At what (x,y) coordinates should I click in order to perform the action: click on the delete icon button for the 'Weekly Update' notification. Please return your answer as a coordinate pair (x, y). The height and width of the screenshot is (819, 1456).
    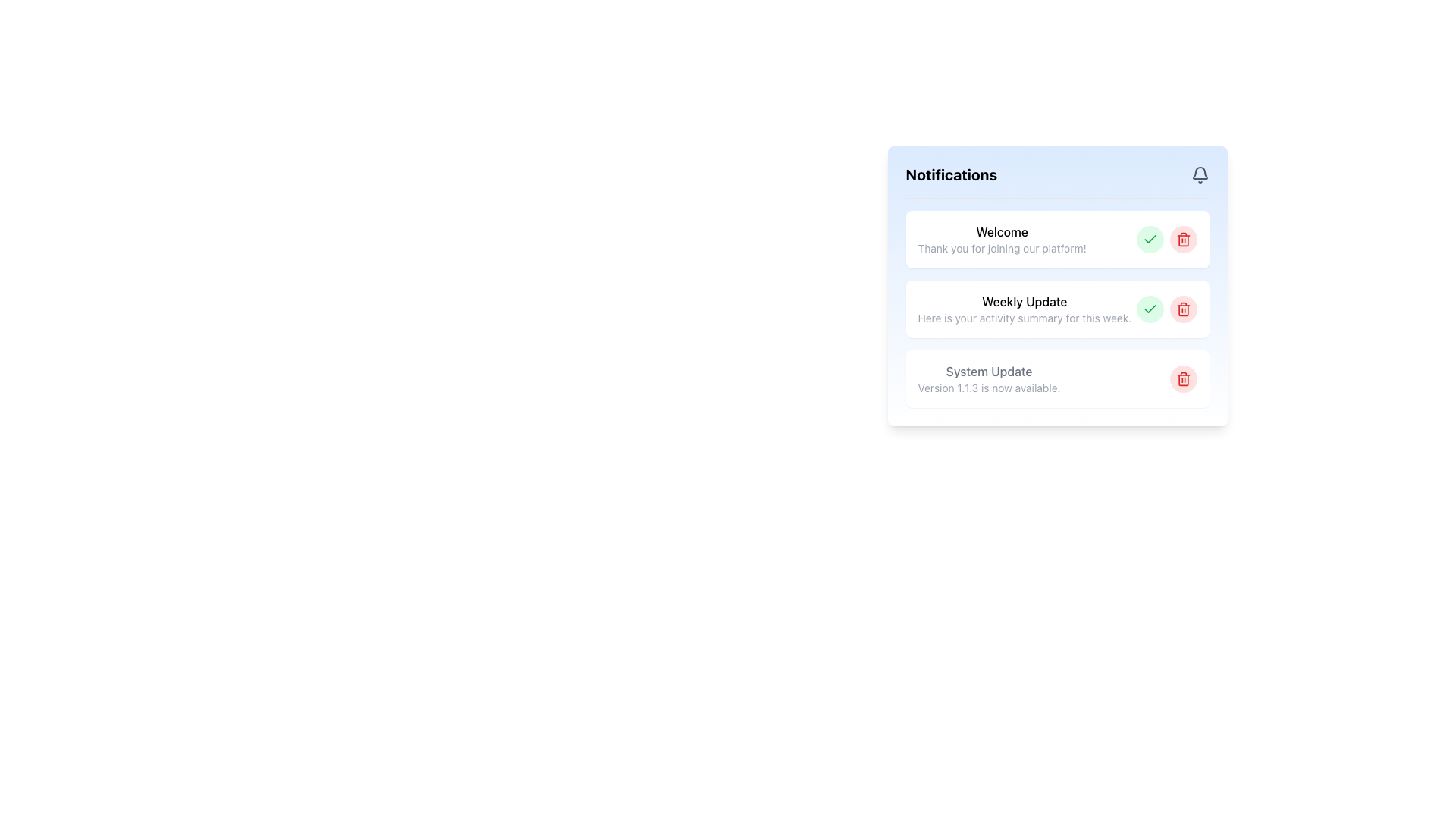
    Looking at the image, I should click on (1182, 309).